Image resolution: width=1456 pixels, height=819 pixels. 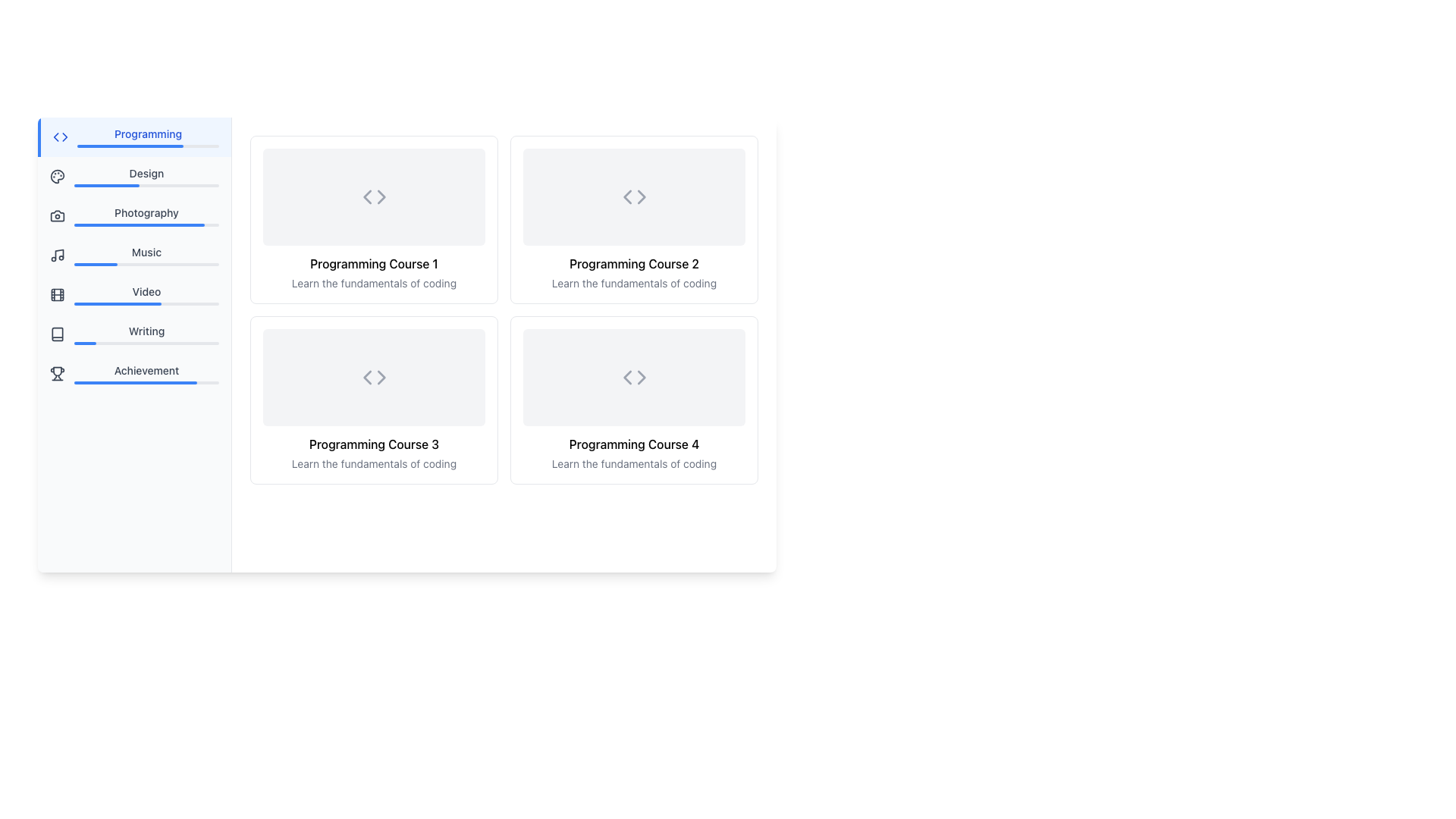 I want to click on progress bar located below the 'Video' text in the left sidebar menu, which has a light gray background and a blue fill indicating 60% completion, so click(x=146, y=304).